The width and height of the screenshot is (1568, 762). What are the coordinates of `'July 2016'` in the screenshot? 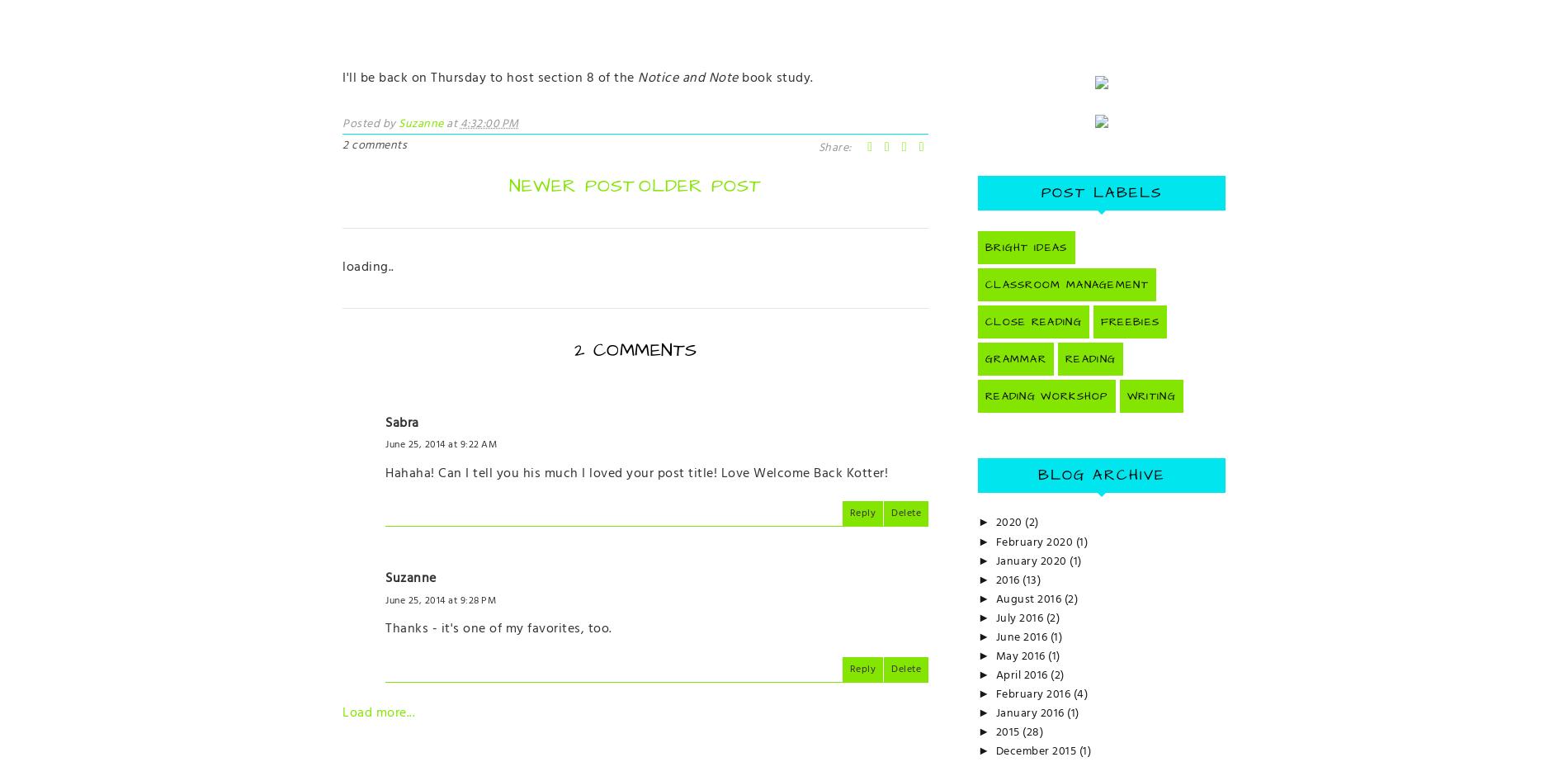 It's located at (1019, 617).